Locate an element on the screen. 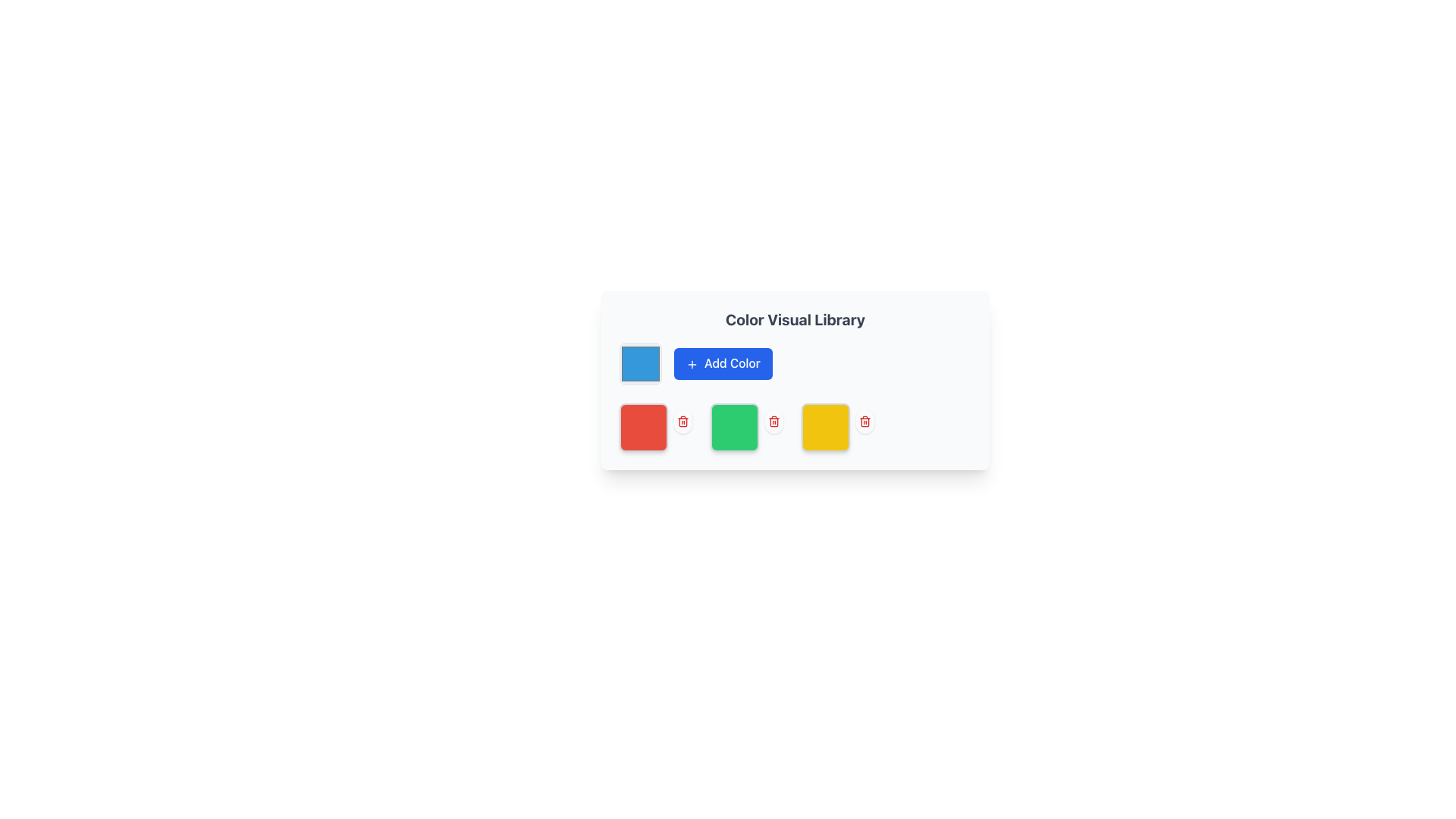 Image resolution: width=1456 pixels, height=819 pixels. the delete icon button located in the bottom-right corner of the 'Color Visual Library' group is located at coordinates (865, 421).